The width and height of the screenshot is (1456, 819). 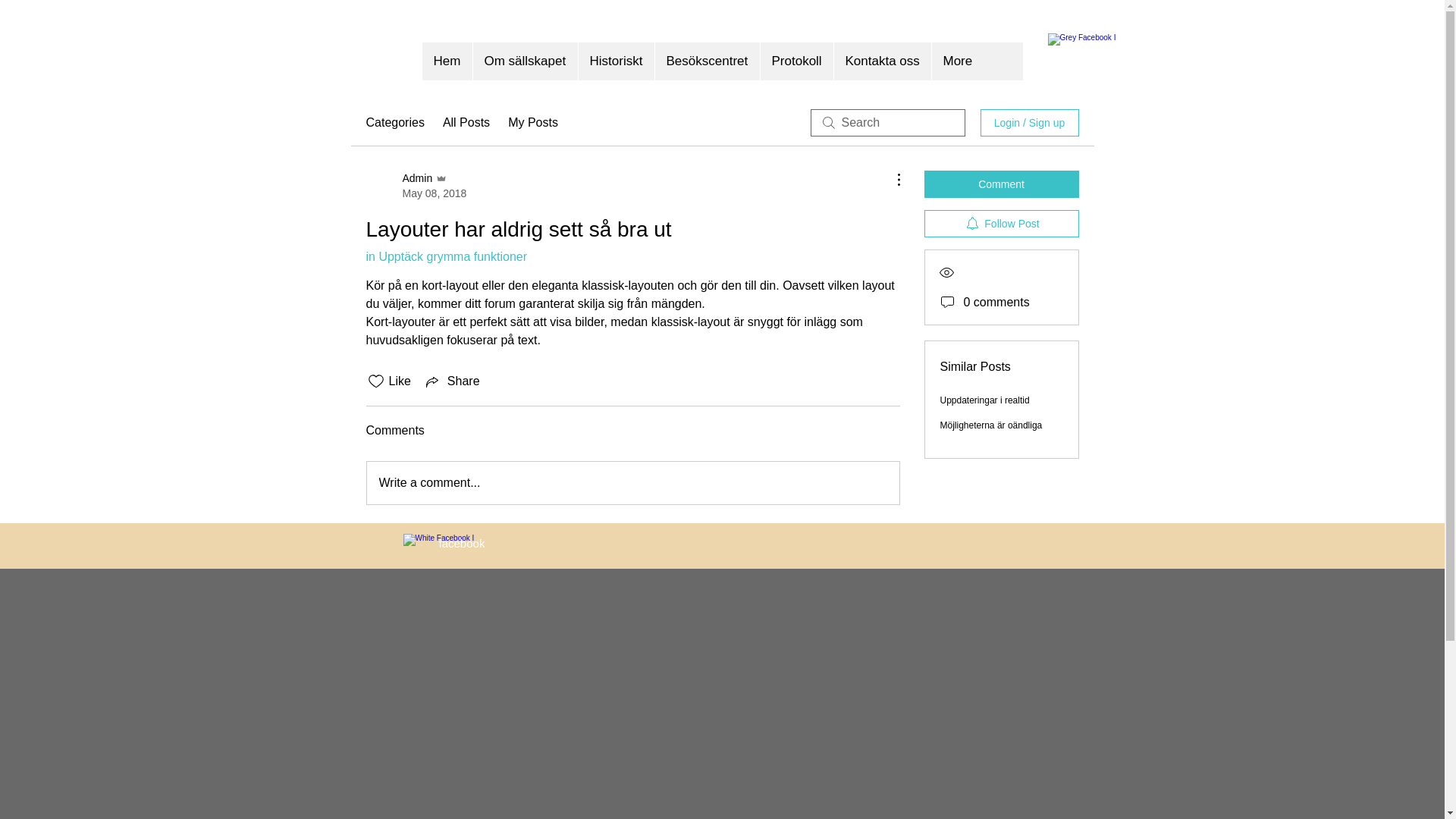 I want to click on 'Hem', so click(x=446, y=61).